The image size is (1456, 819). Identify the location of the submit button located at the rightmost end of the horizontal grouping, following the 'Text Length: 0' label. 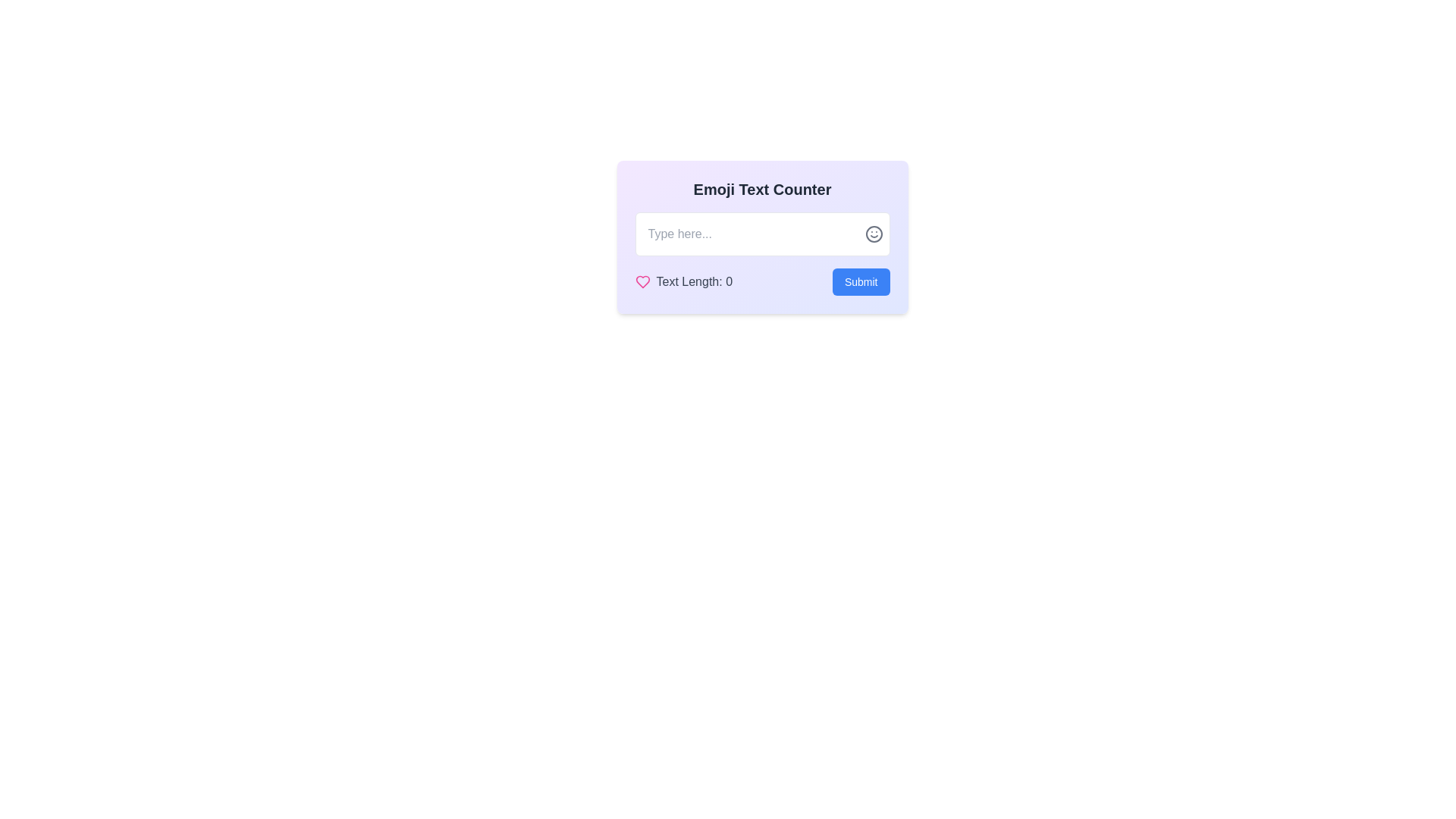
(861, 281).